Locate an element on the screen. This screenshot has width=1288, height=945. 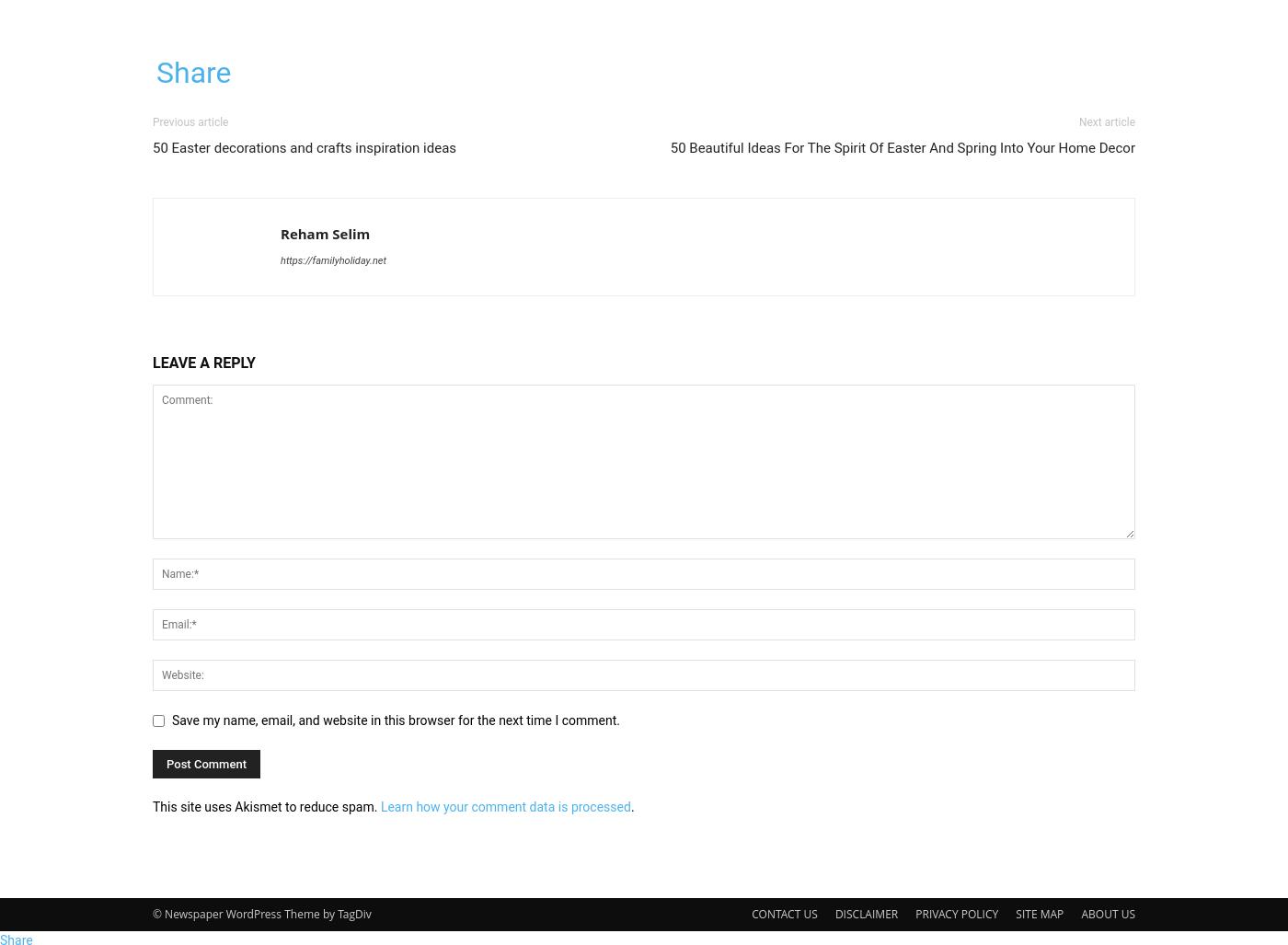
'Previous article' is located at coordinates (190, 121).